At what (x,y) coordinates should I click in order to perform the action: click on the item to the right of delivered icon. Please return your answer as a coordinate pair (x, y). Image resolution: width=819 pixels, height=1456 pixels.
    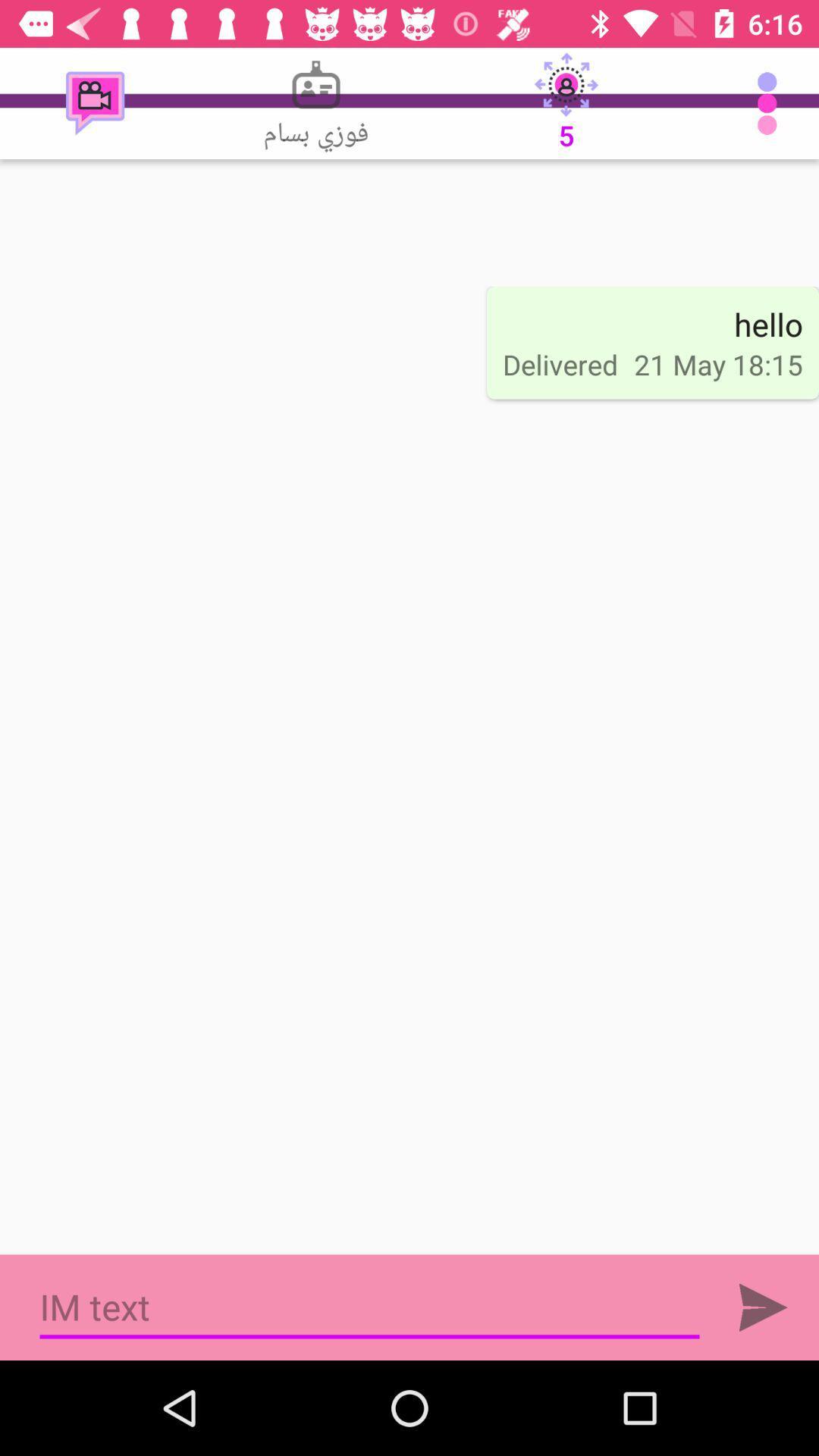
    Looking at the image, I should click on (768, 323).